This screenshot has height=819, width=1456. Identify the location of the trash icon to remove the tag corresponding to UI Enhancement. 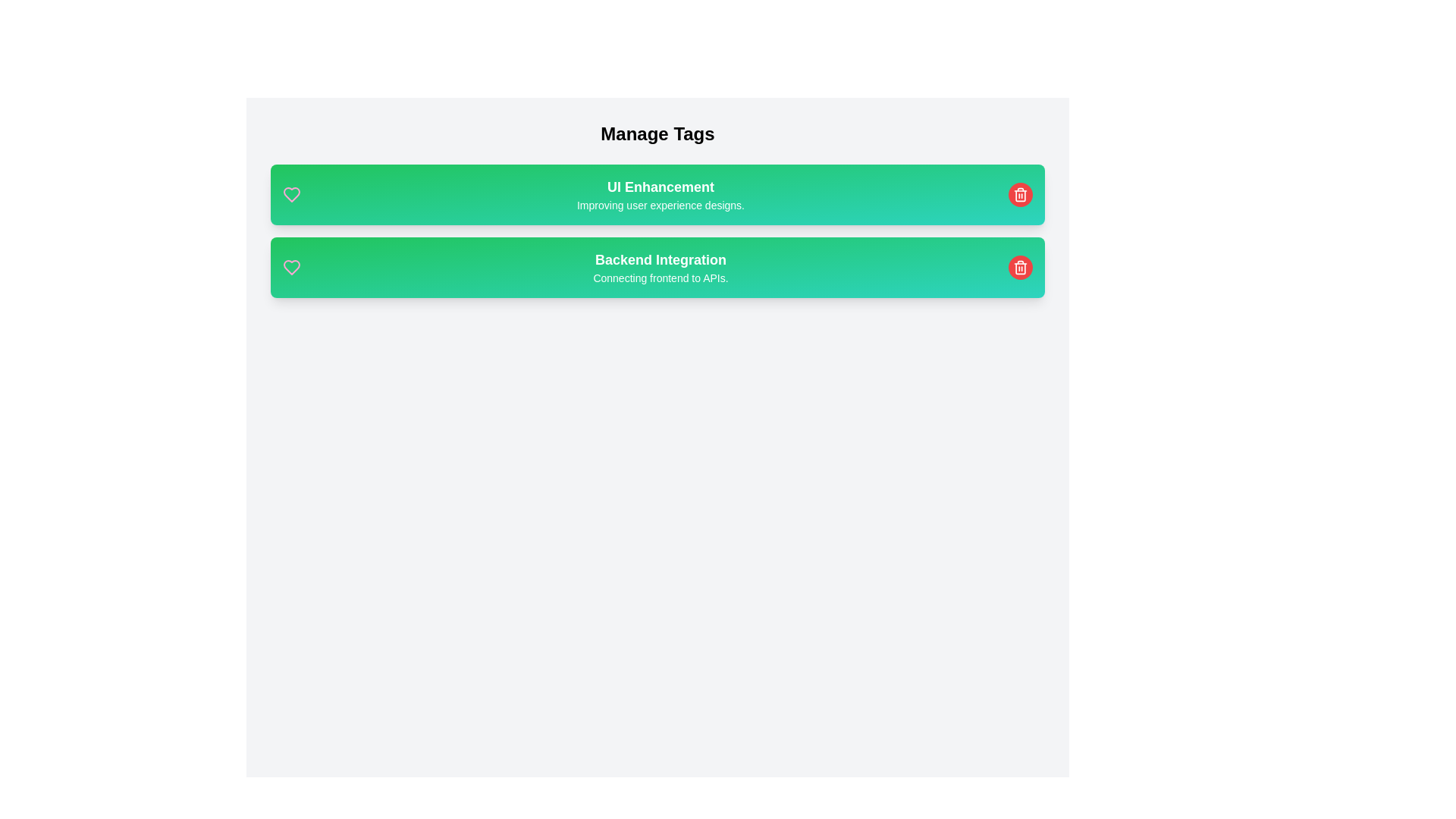
(1020, 194).